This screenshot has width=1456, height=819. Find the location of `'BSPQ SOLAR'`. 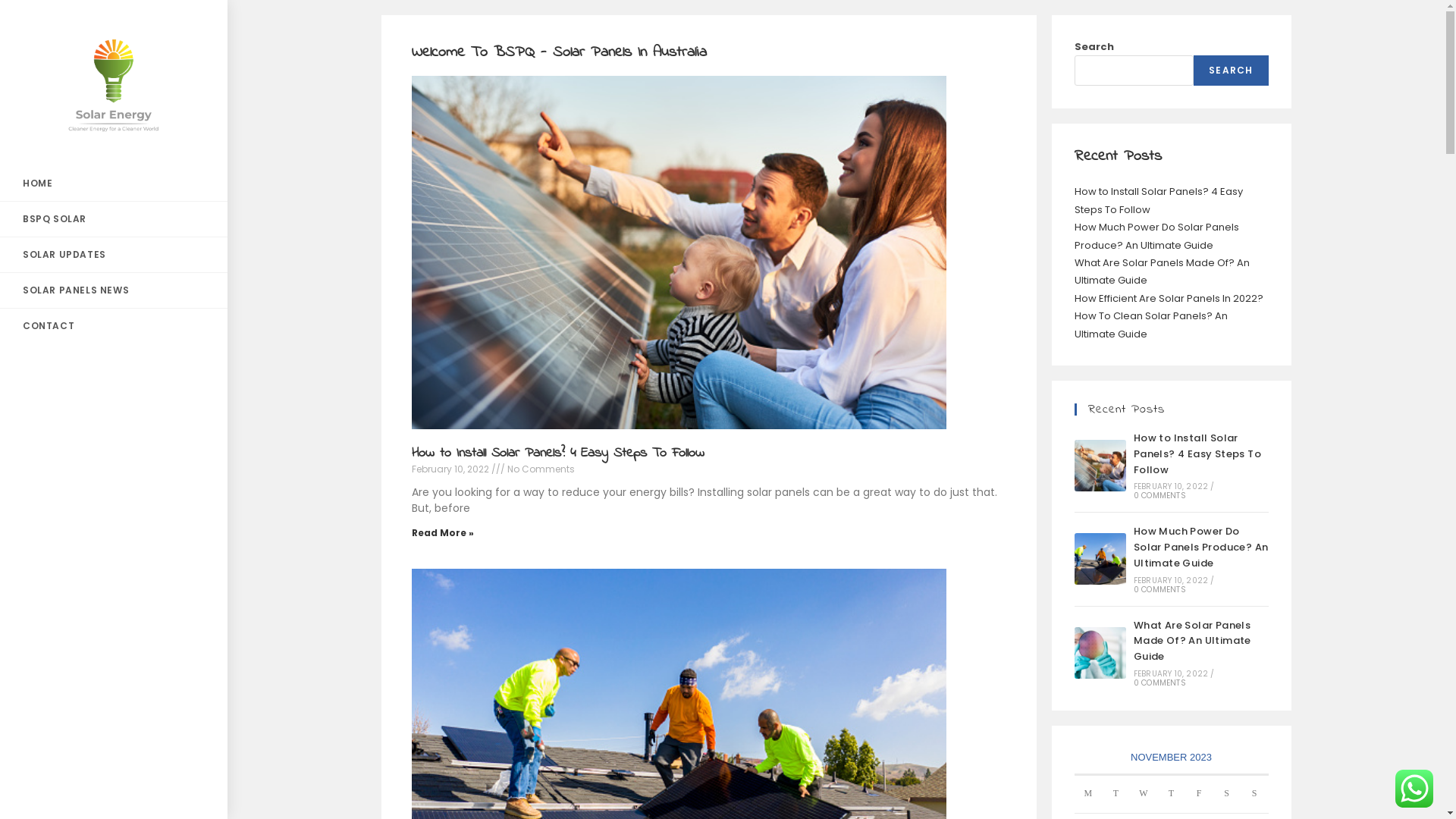

'BSPQ SOLAR' is located at coordinates (112, 219).